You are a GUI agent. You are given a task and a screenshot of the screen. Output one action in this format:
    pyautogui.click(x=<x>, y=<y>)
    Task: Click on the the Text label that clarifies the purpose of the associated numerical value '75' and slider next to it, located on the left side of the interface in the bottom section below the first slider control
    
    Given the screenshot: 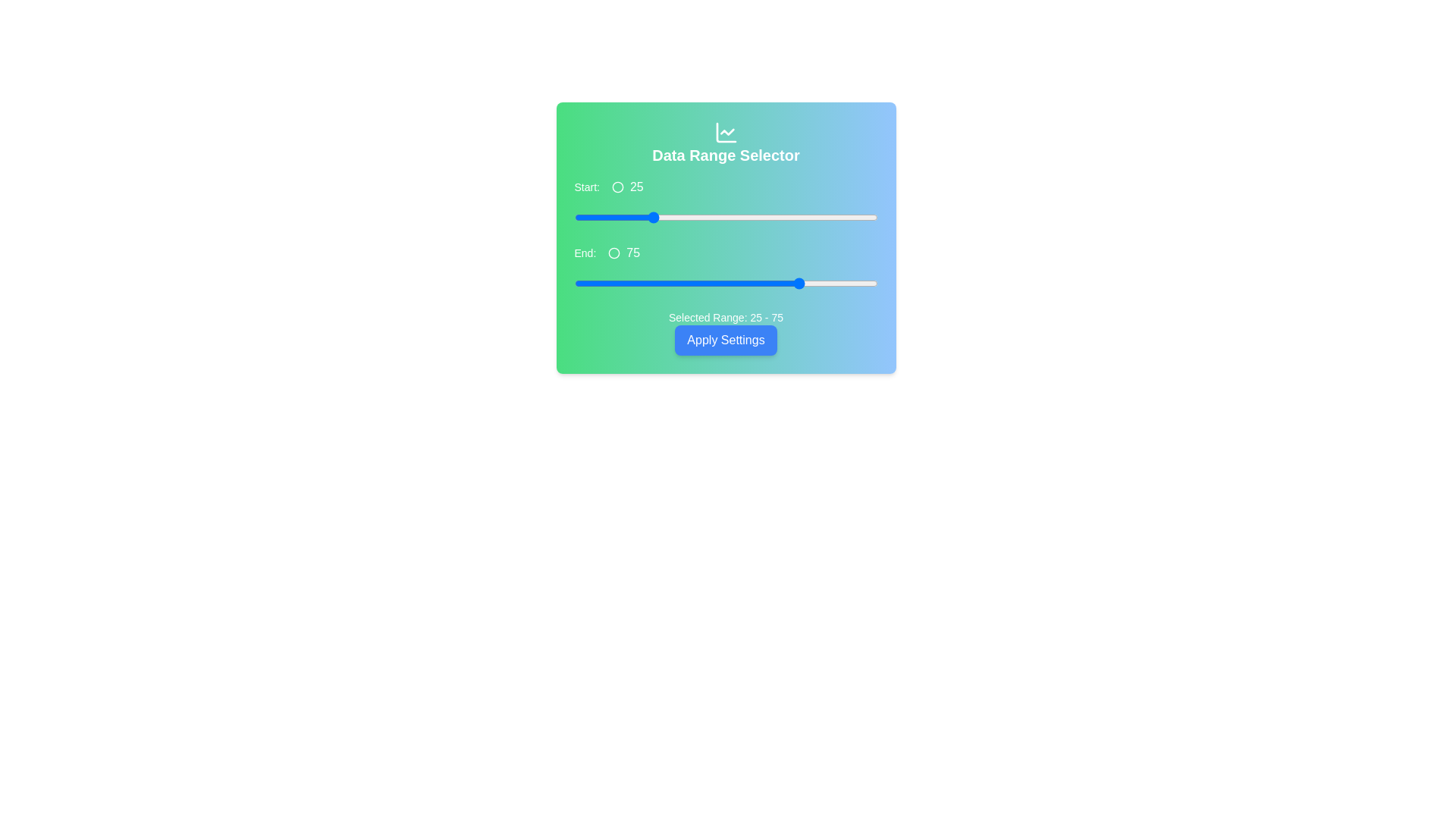 What is the action you would take?
    pyautogui.click(x=584, y=253)
    